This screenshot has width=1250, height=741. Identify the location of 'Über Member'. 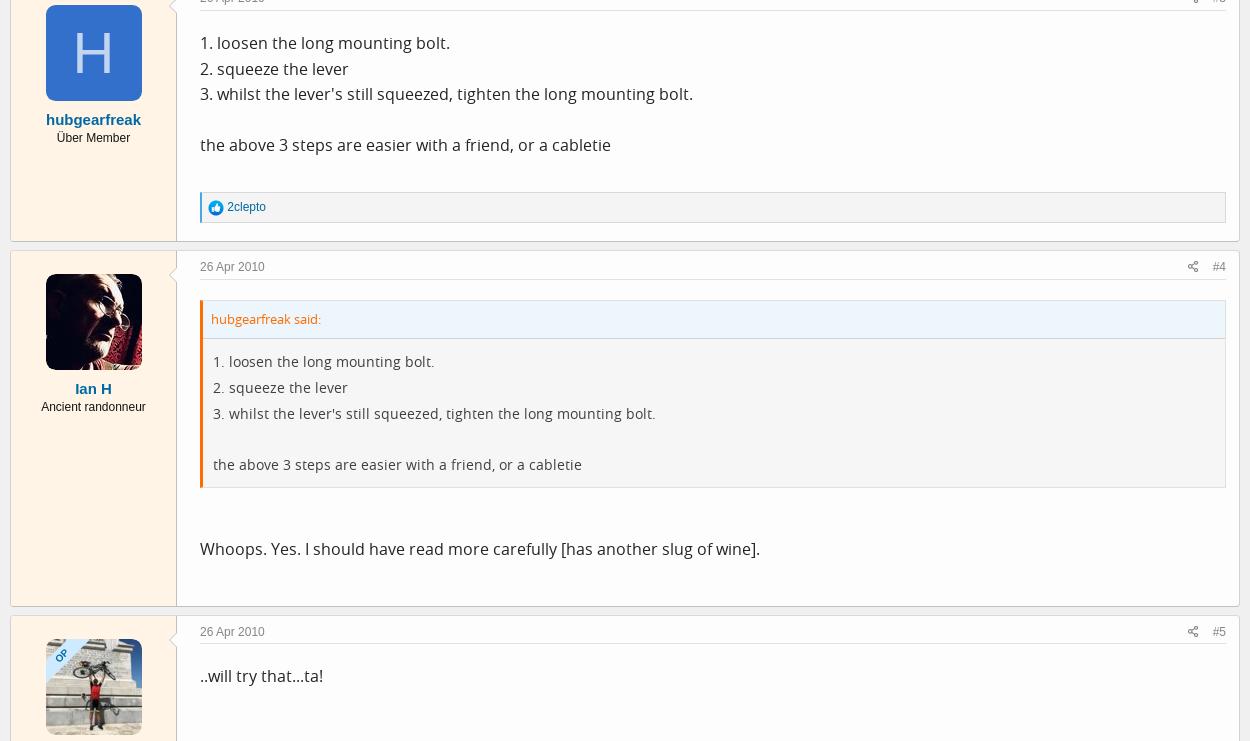
(91, 136).